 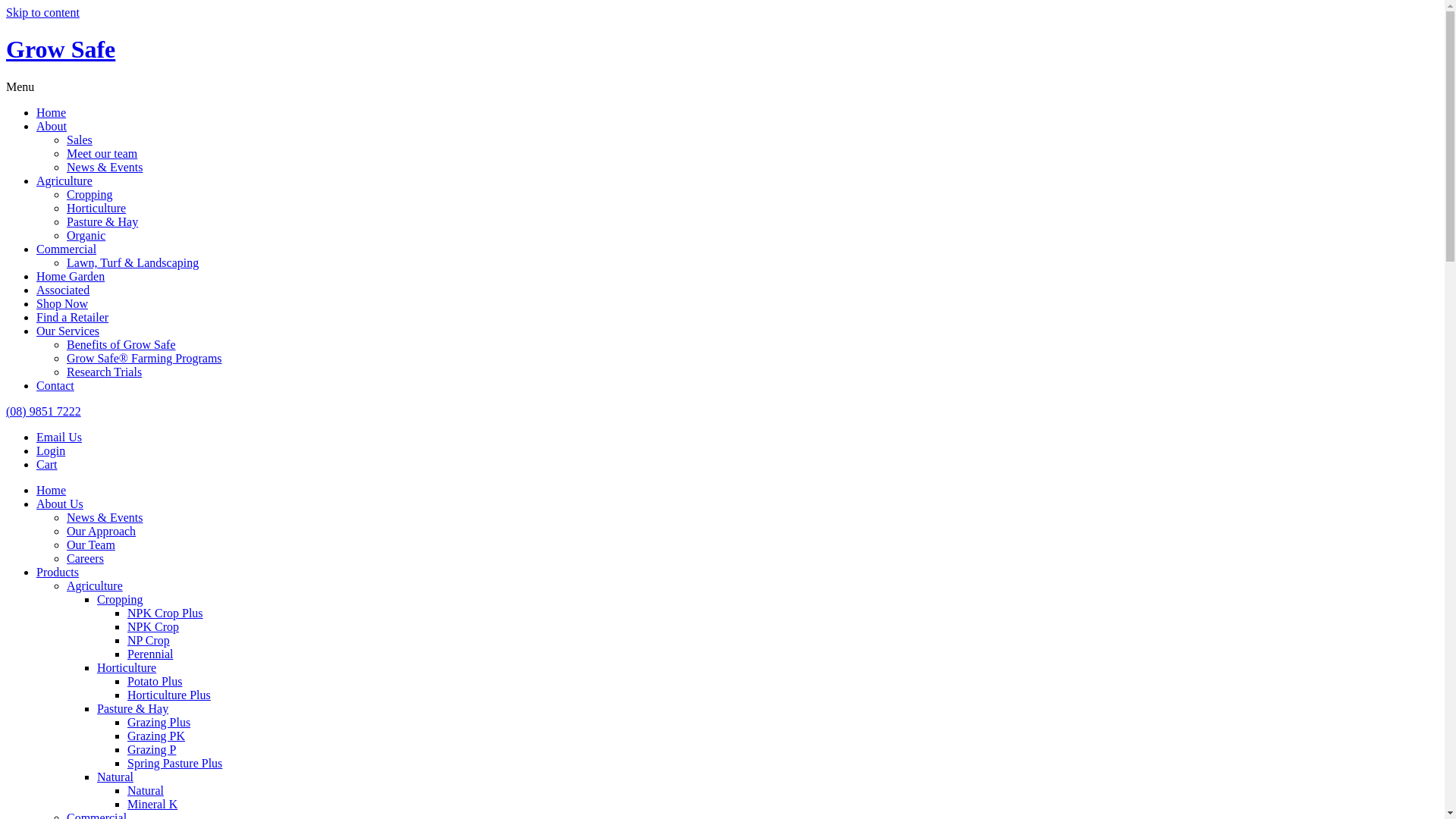 I want to click on 'Lawn, Turf & Landscaping', so click(x=132, y=262).